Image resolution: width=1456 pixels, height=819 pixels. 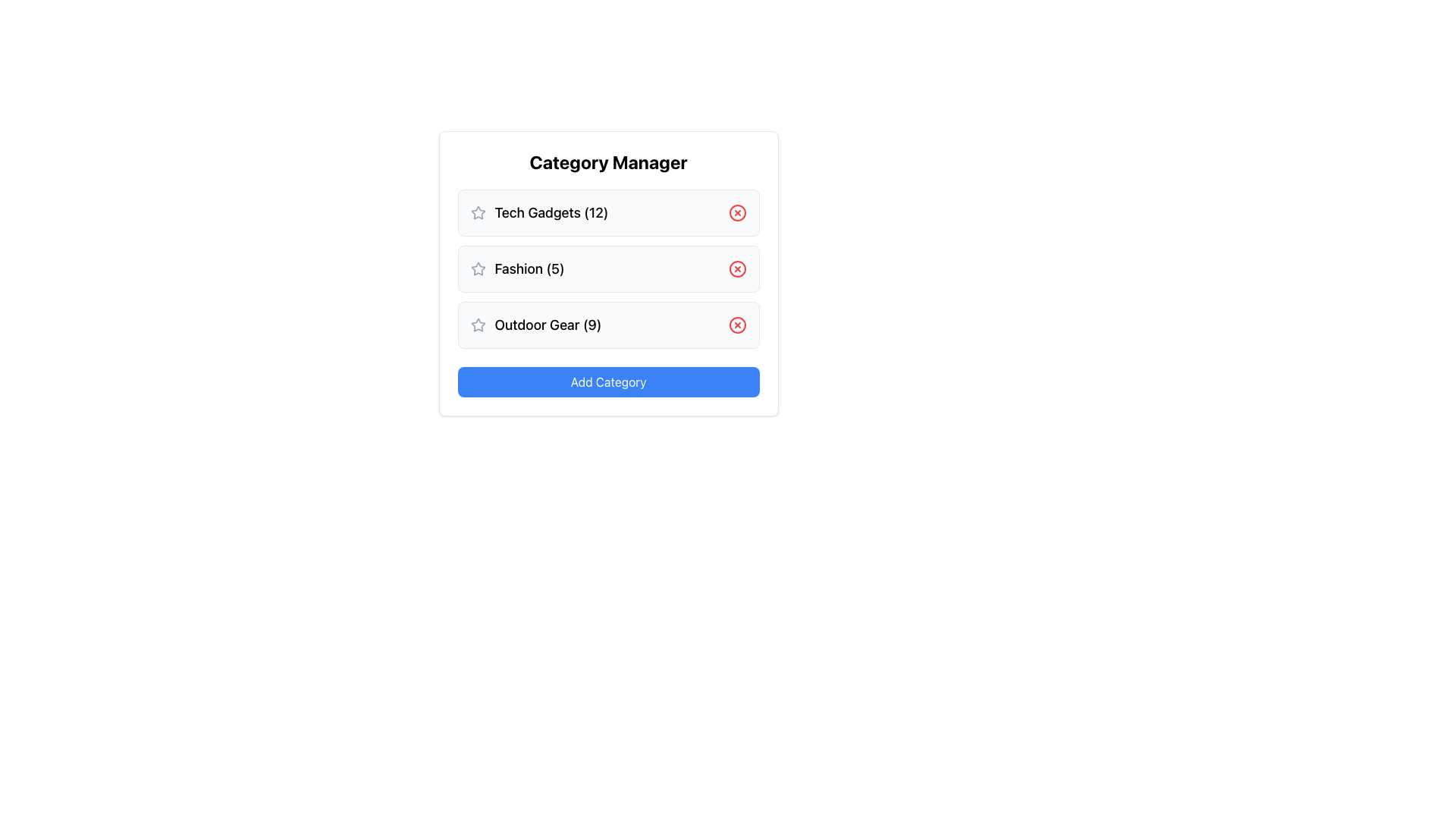 I want to click on the 'Tech Gadgets (12)' text label with an outlined star icon on its left, so click(x=539, y=213).